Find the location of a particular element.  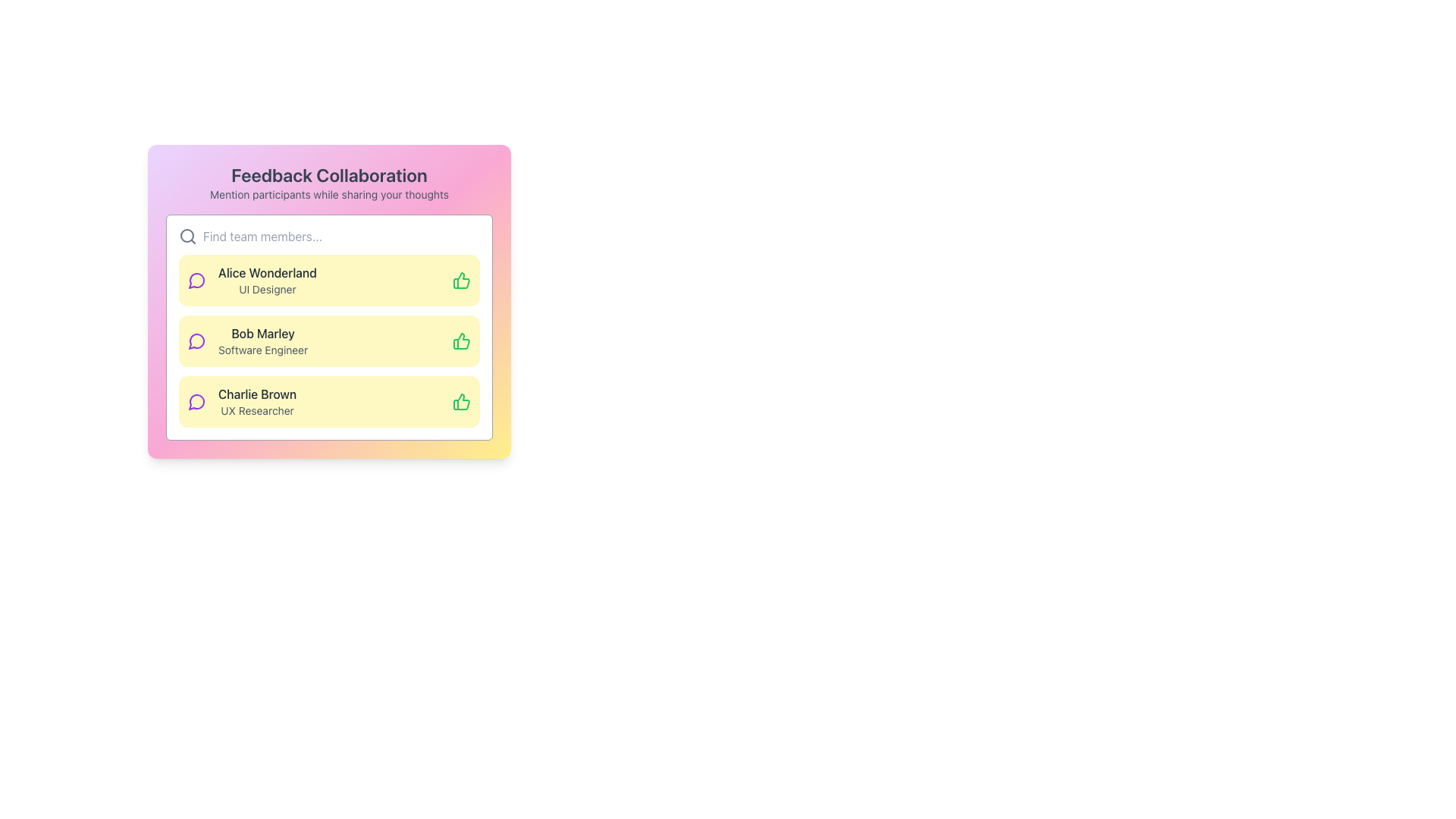

the text display component that shows the name 'Charlie Brown' and title 'UX Researcher', located in the third position of a list within a yellow card is located at coordinates (257, 400).